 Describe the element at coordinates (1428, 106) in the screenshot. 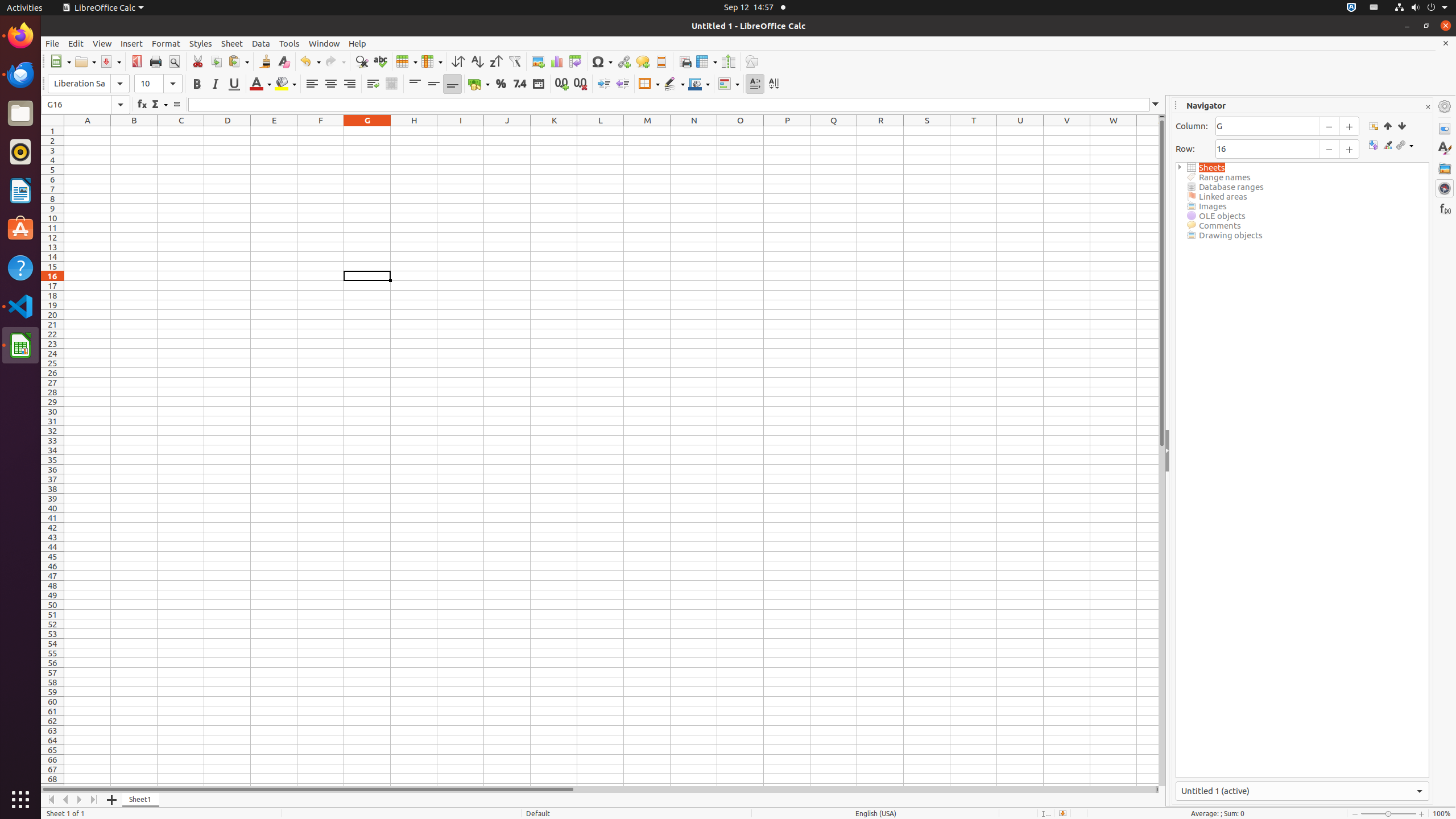

I see `'Close Sidebar Deck'` at that location.